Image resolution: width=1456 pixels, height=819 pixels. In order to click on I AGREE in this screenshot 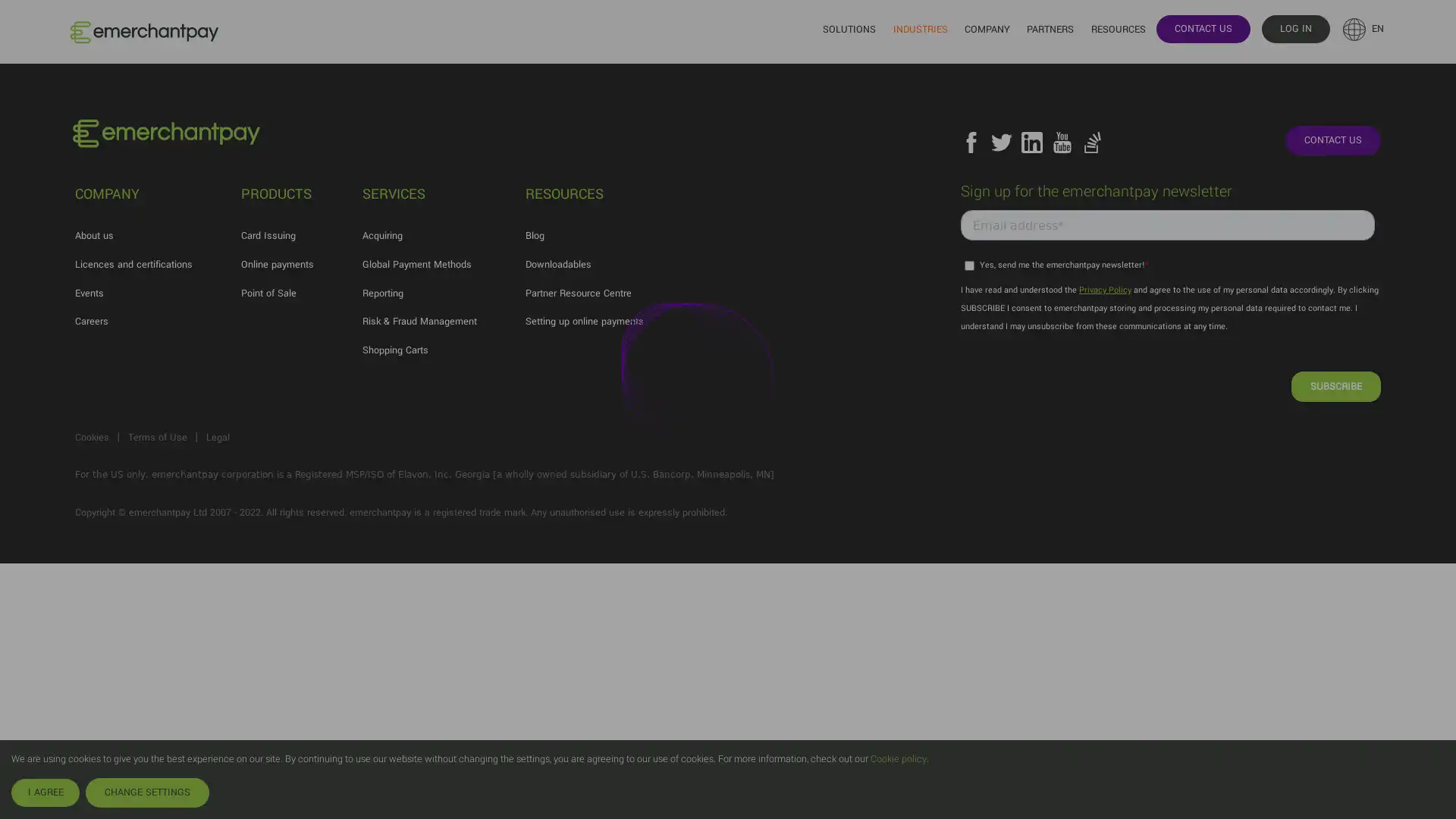, I will do `click(45, 792)`.